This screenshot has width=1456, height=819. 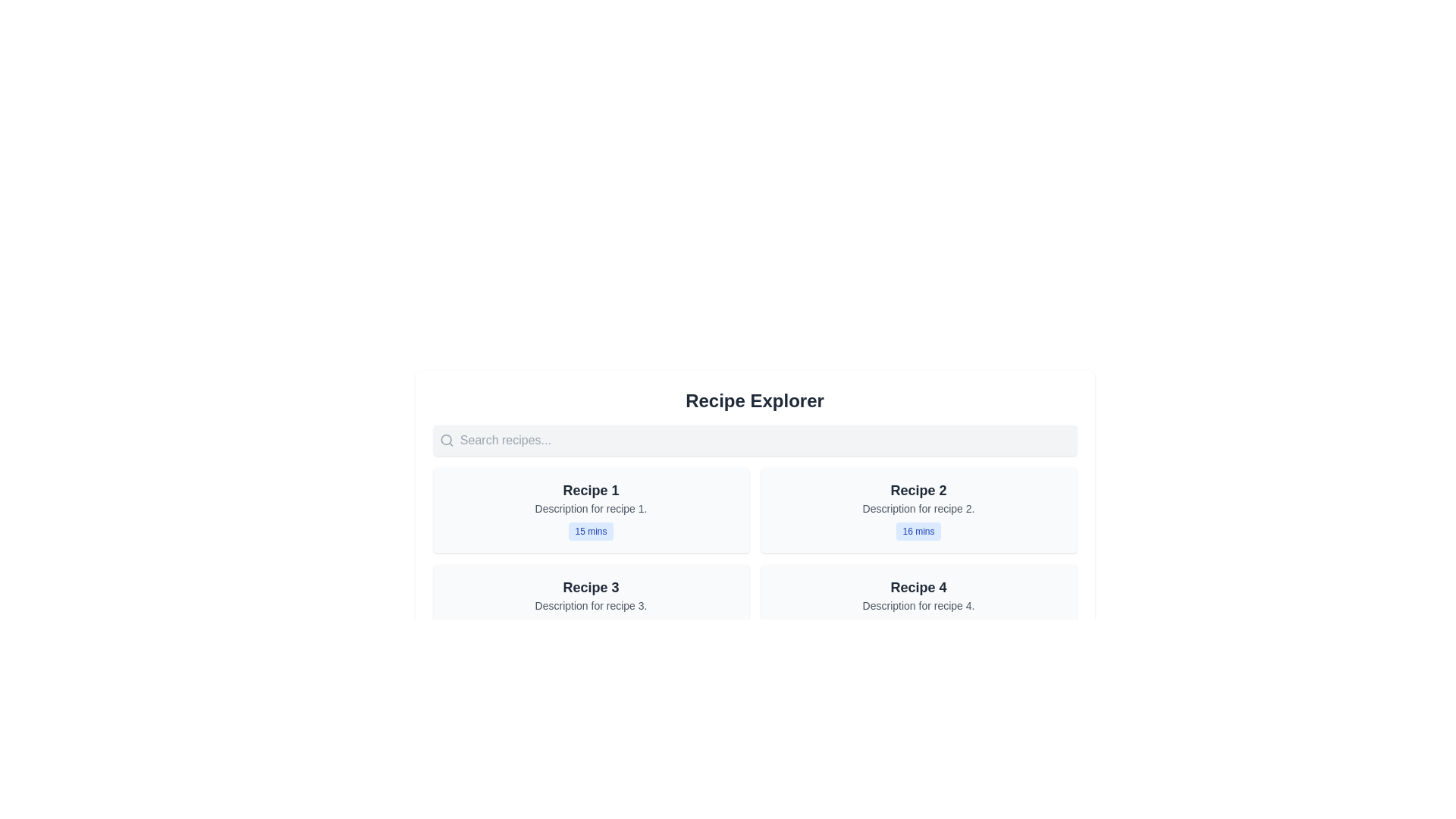 I want to click on the search box icon located at the leftmost position of the input field, which serves as a visual indicator for its functionality, so click(x=446, y=441).